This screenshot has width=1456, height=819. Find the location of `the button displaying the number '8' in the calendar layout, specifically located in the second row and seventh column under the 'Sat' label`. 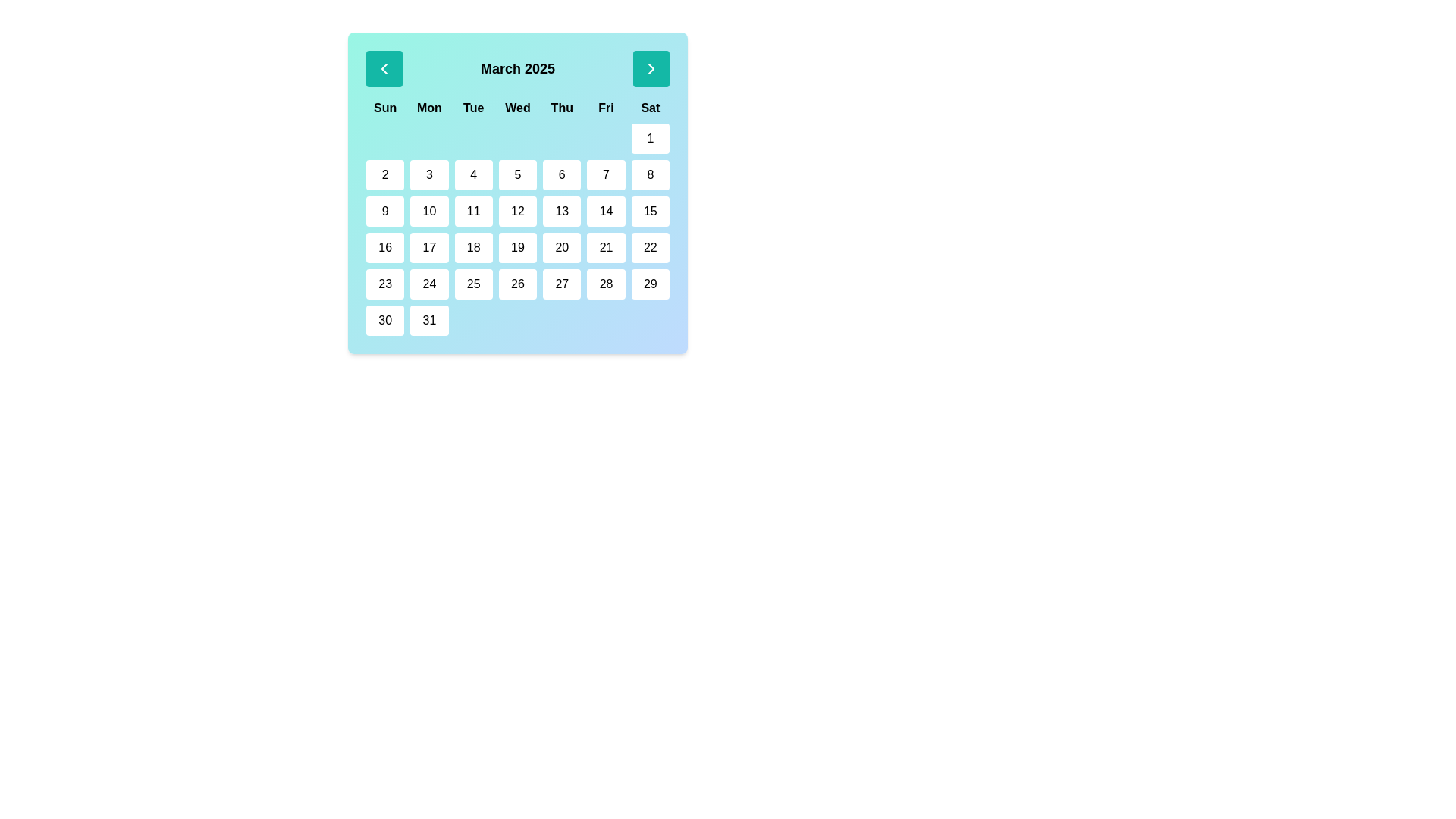

the button displaying the number '8' in the calendar layout, specifically located in the second row and seventh column under the 'Sat' label is located at coordinates (650, 174).